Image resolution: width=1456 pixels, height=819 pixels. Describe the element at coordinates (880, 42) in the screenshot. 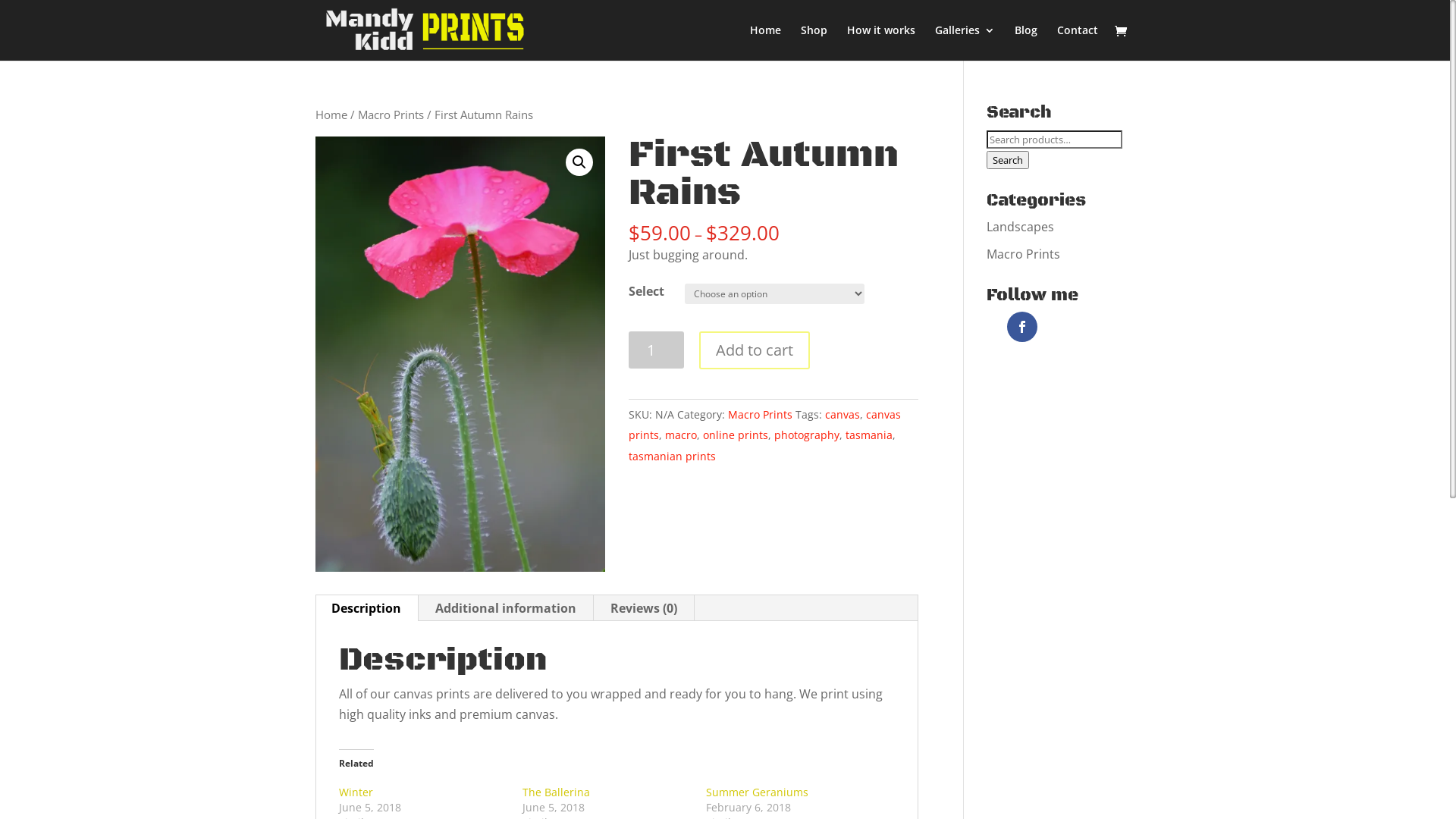

I see `'How it works'` at that location.